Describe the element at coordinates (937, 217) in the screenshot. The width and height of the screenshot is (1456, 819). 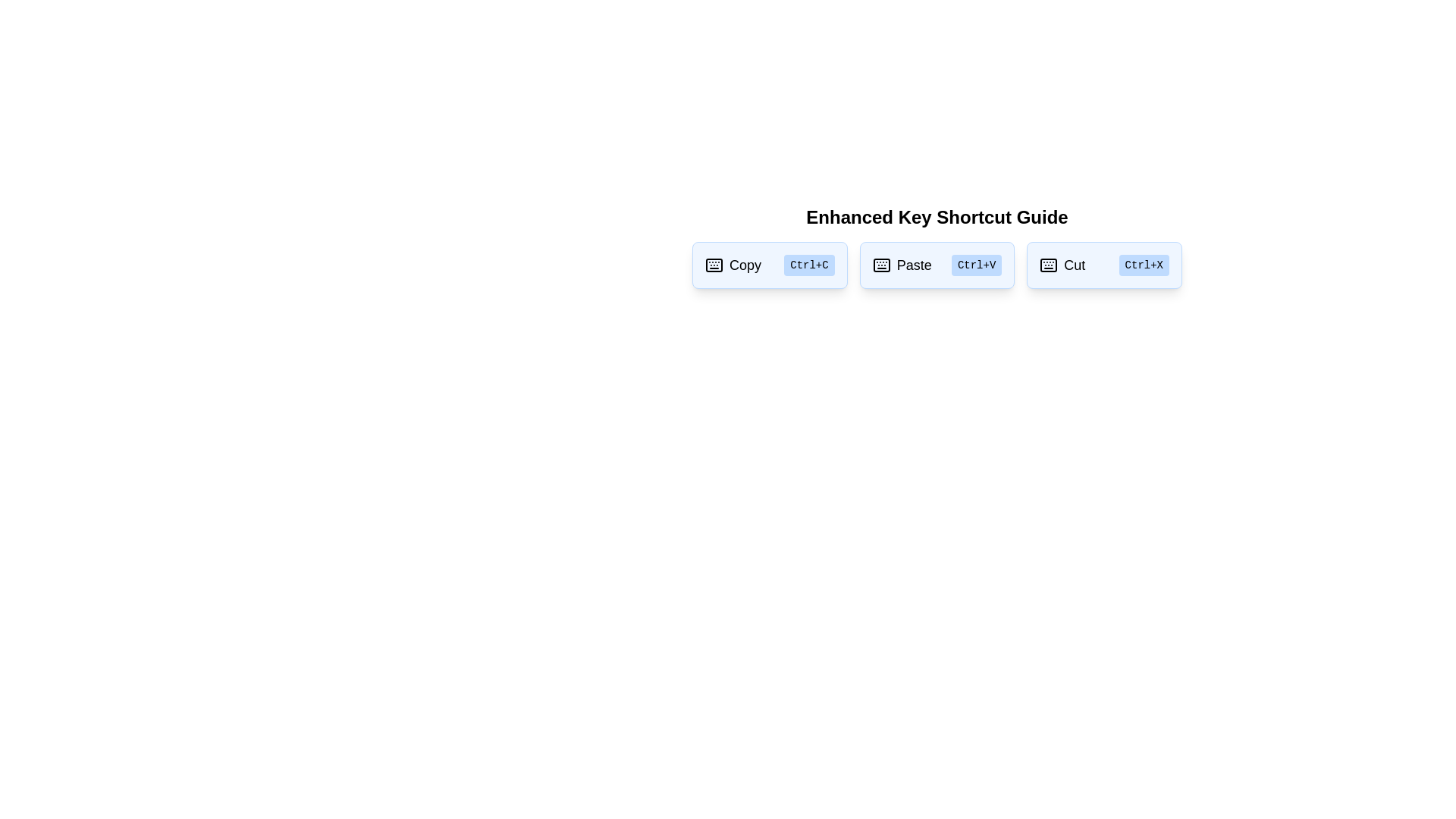
I see `Text header that serves as the title for the guide on key shortcuts, which is centrally positioned above the shortcut elements for 'Copy', 'Paste', and 'Cut'` at that location.